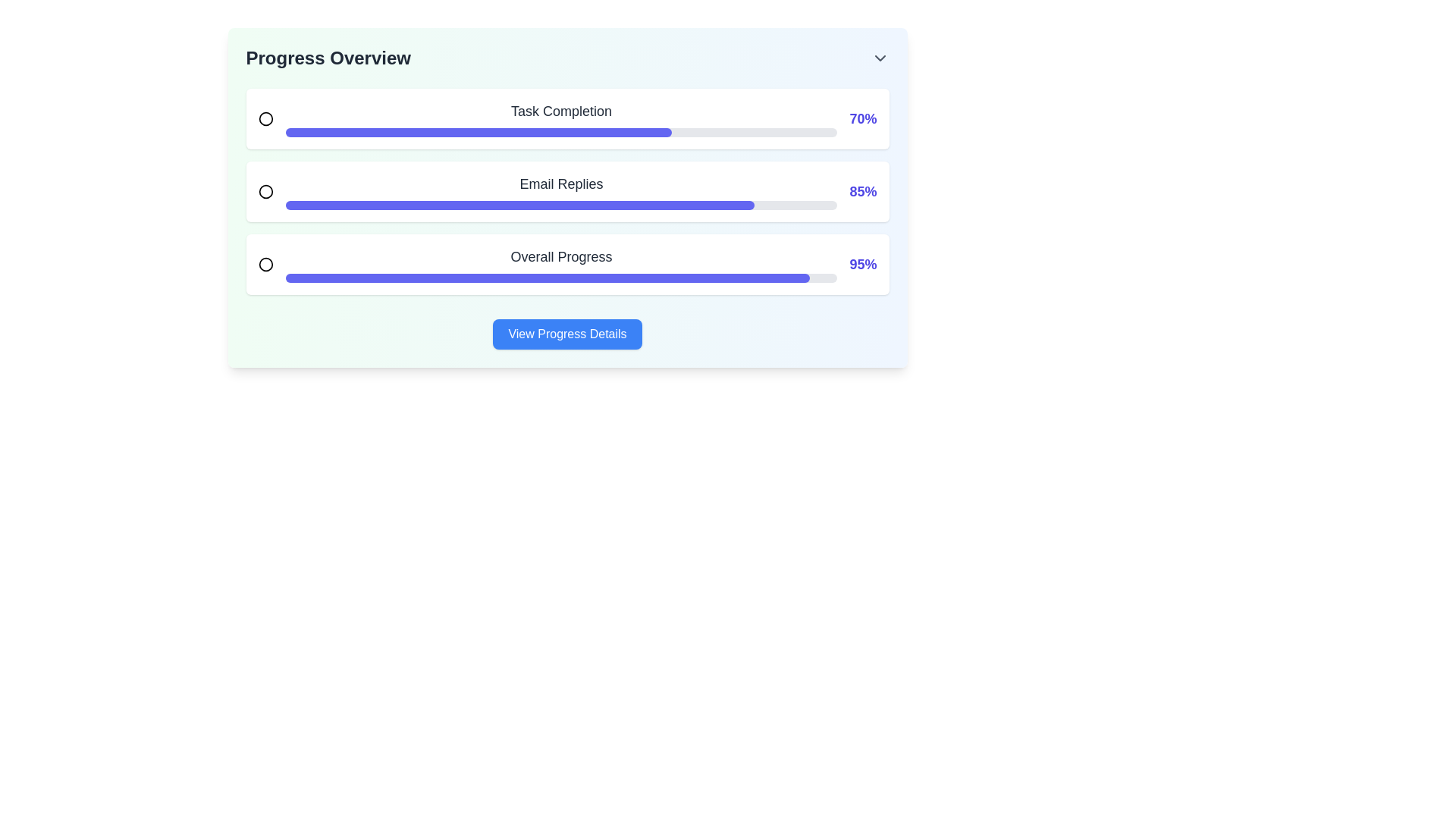 Image resolution: width=1456 pixels, height=819 pixels. What do you see at coordinates (566, 333) in the screenshot?
I see `the button located at the bottom center of the progress information card` at bounding box center [566, 333].